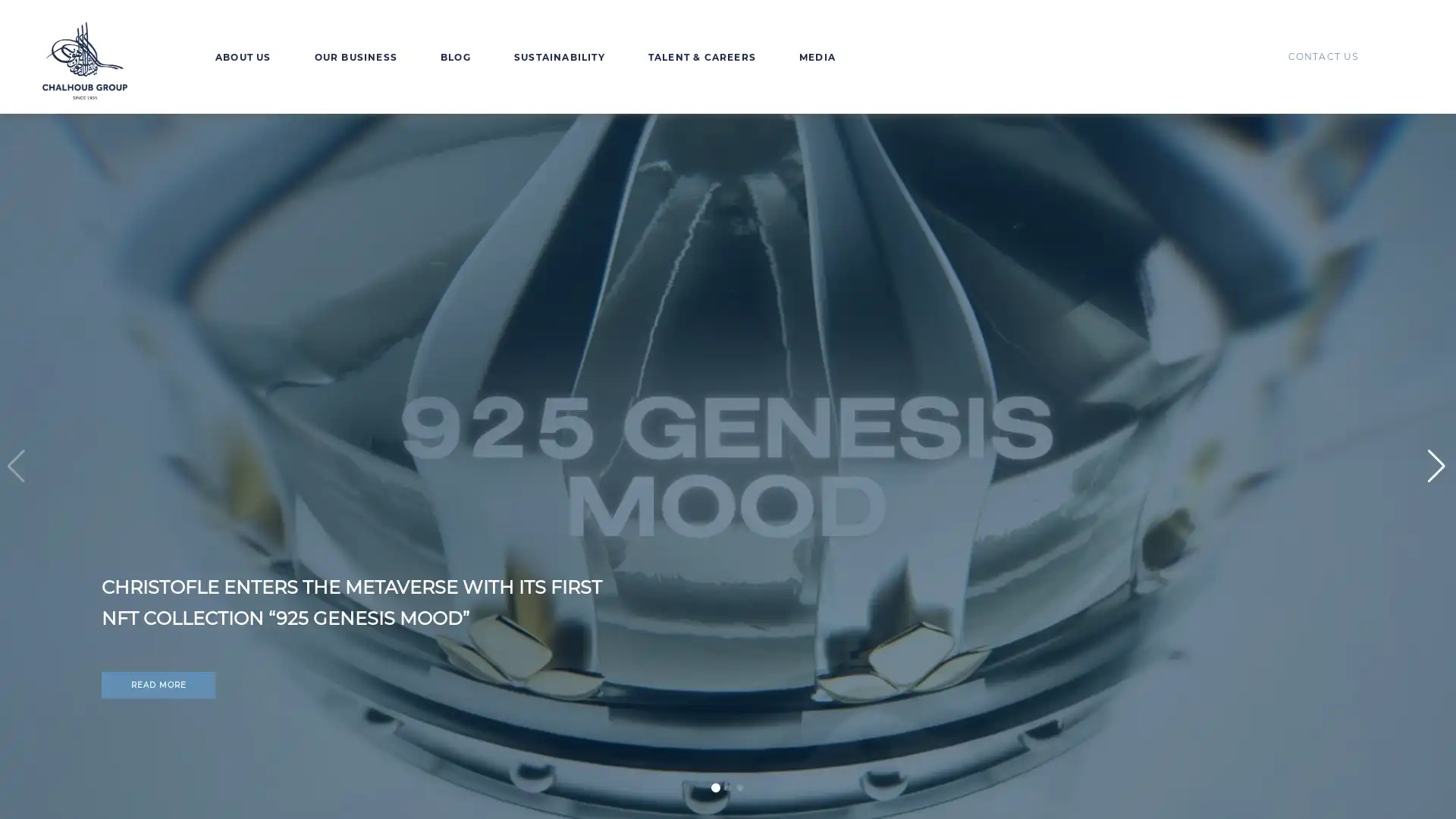 This screenshot has height=819, width=1456. What do you see at coordinates (1323, 55) in the screenshot?
I see `CONTACT US` at bounding box center [1323, 55].